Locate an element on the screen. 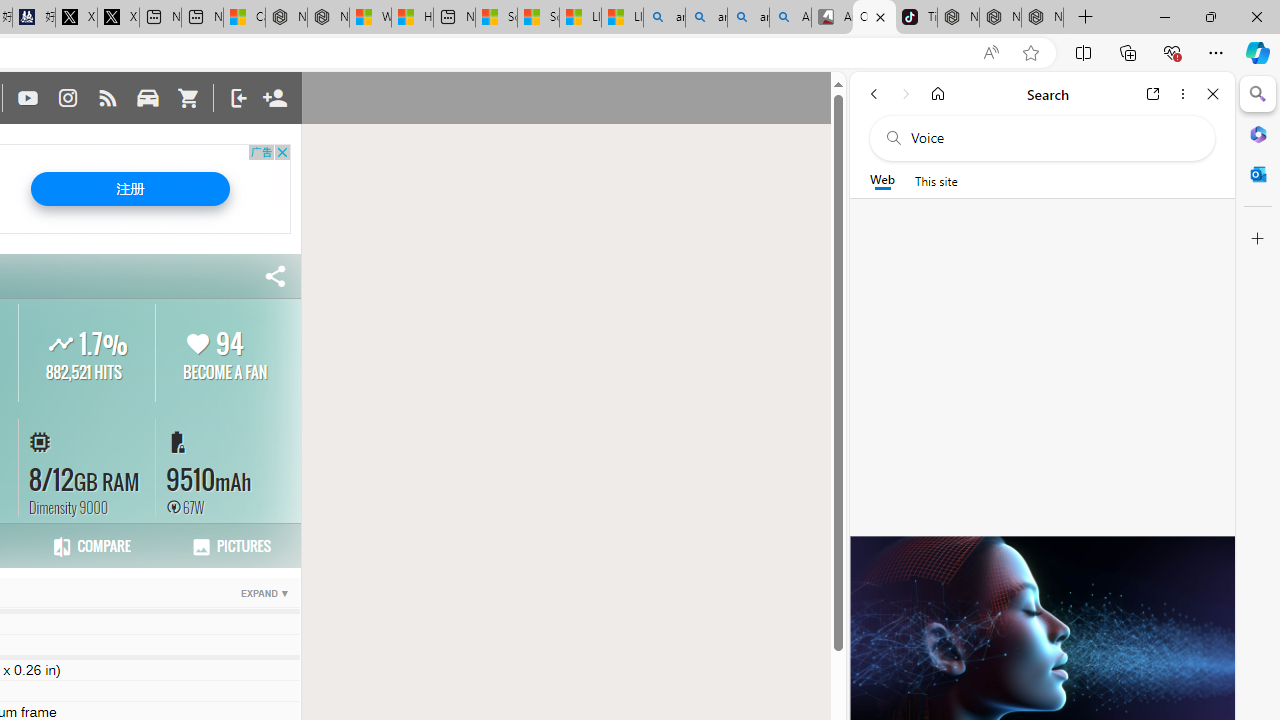 This screenshot has height=720, width=1280. 'This site scope' is located at coordinates (935, 180).